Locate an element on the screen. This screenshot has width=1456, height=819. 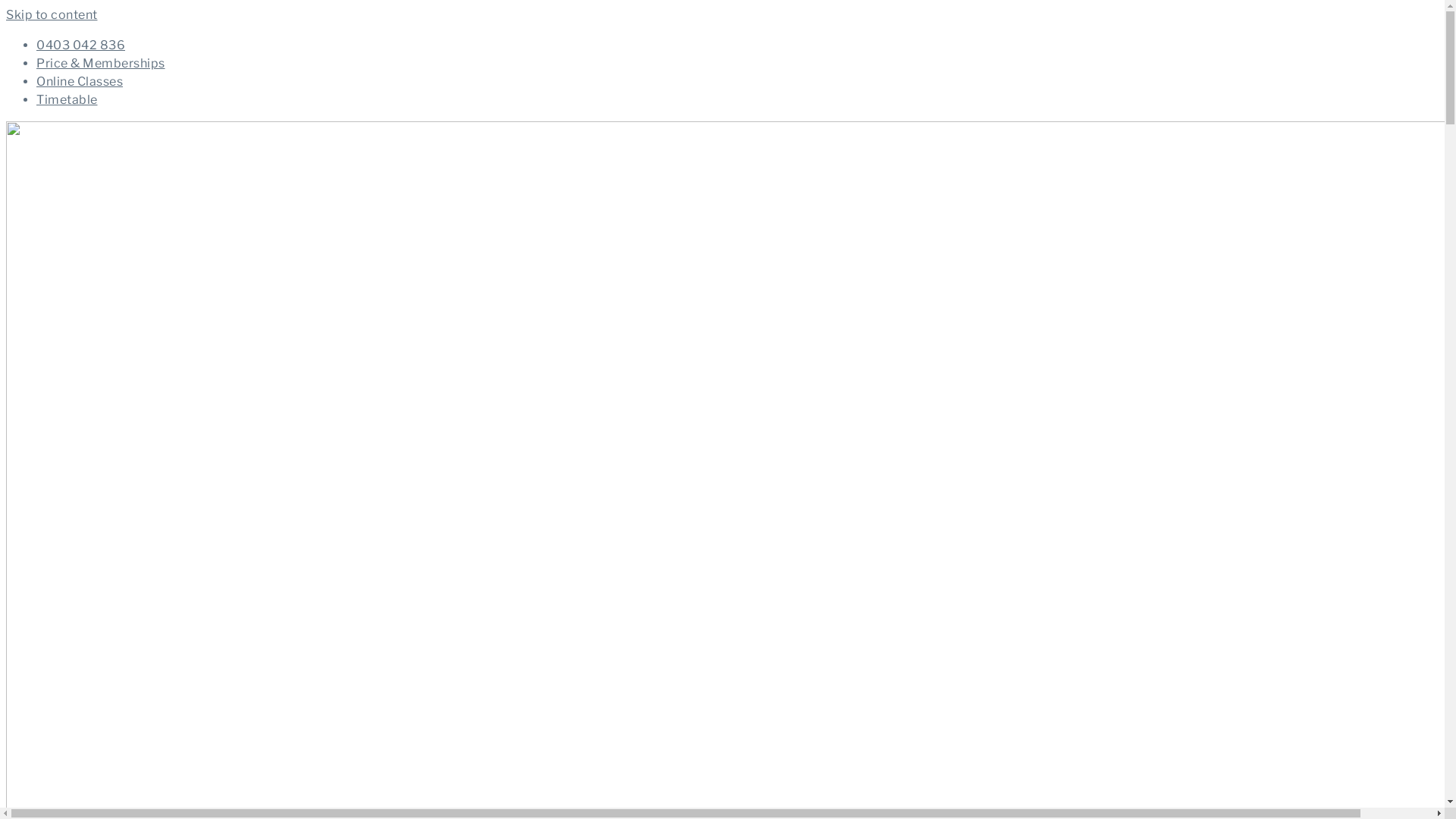
'Price & Memberships' is located at coordinates (36, 62).